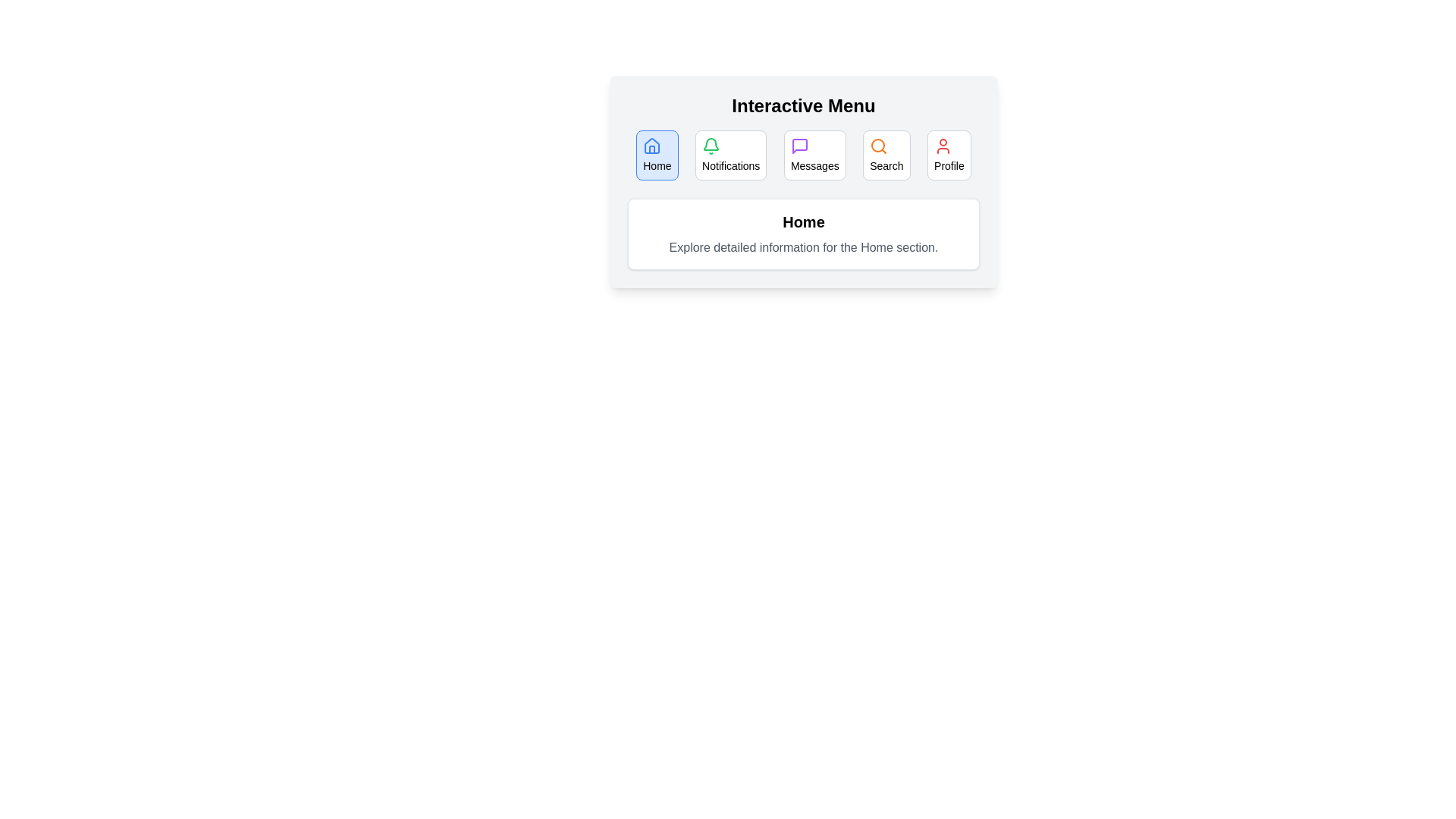 The width and height of the screenshot is (1456, 819). What do you see at coordinates (879, 146) in the screenshot?
I see `the search icon located within the fourth button labeled 'Search' in the second row of the interactive menu` at bounding box center [879, 146].